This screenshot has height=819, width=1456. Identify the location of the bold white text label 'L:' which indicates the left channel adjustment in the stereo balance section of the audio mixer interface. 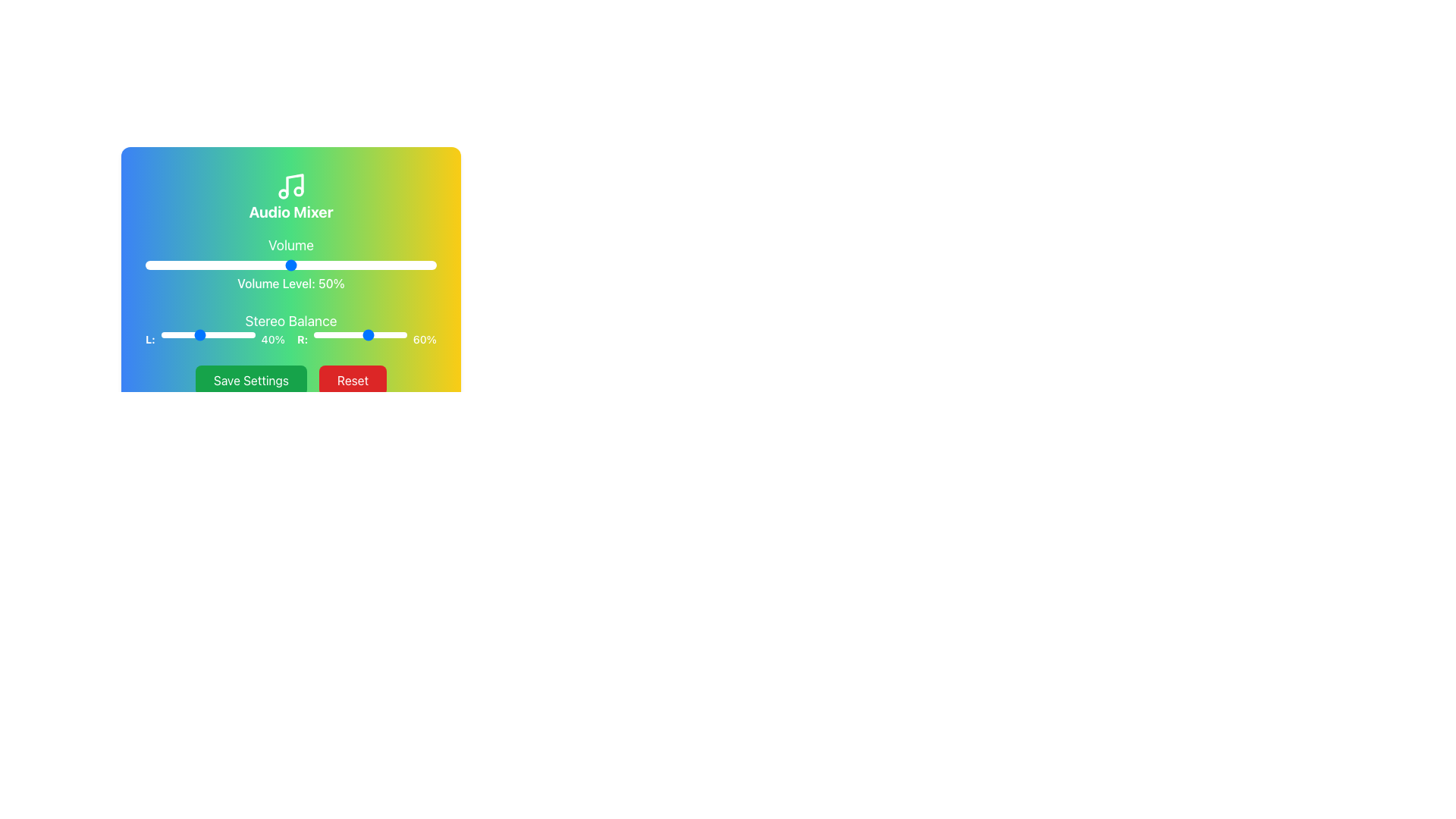
(150, 338).